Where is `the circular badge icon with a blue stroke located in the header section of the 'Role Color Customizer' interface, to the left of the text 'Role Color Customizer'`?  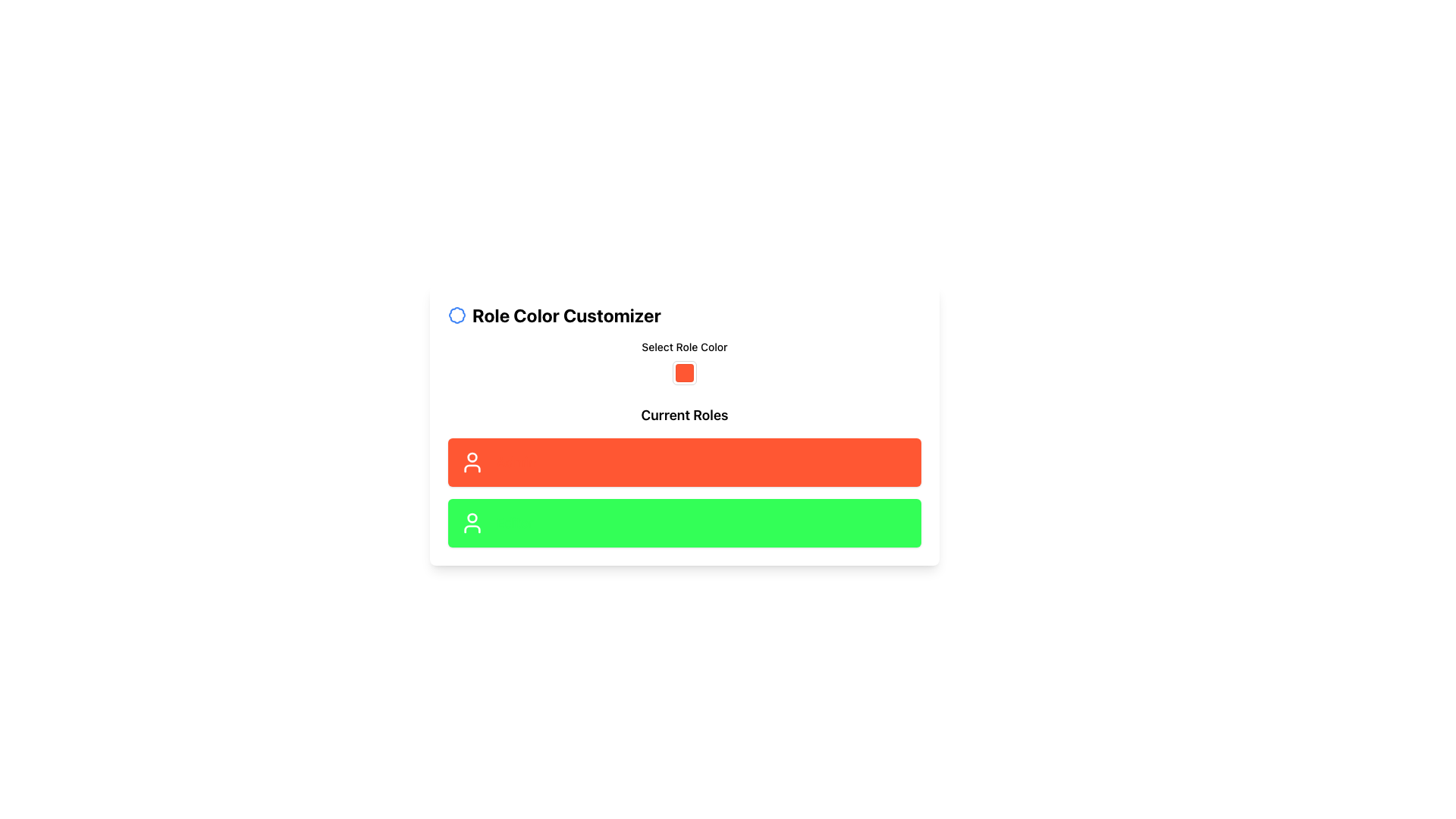 the circular badge icon with a blue stroke located in the header section of the 'Role Color Customizer' interface, to the left of the text 'Role Color Customizer' is located at coordinates (457, 315).